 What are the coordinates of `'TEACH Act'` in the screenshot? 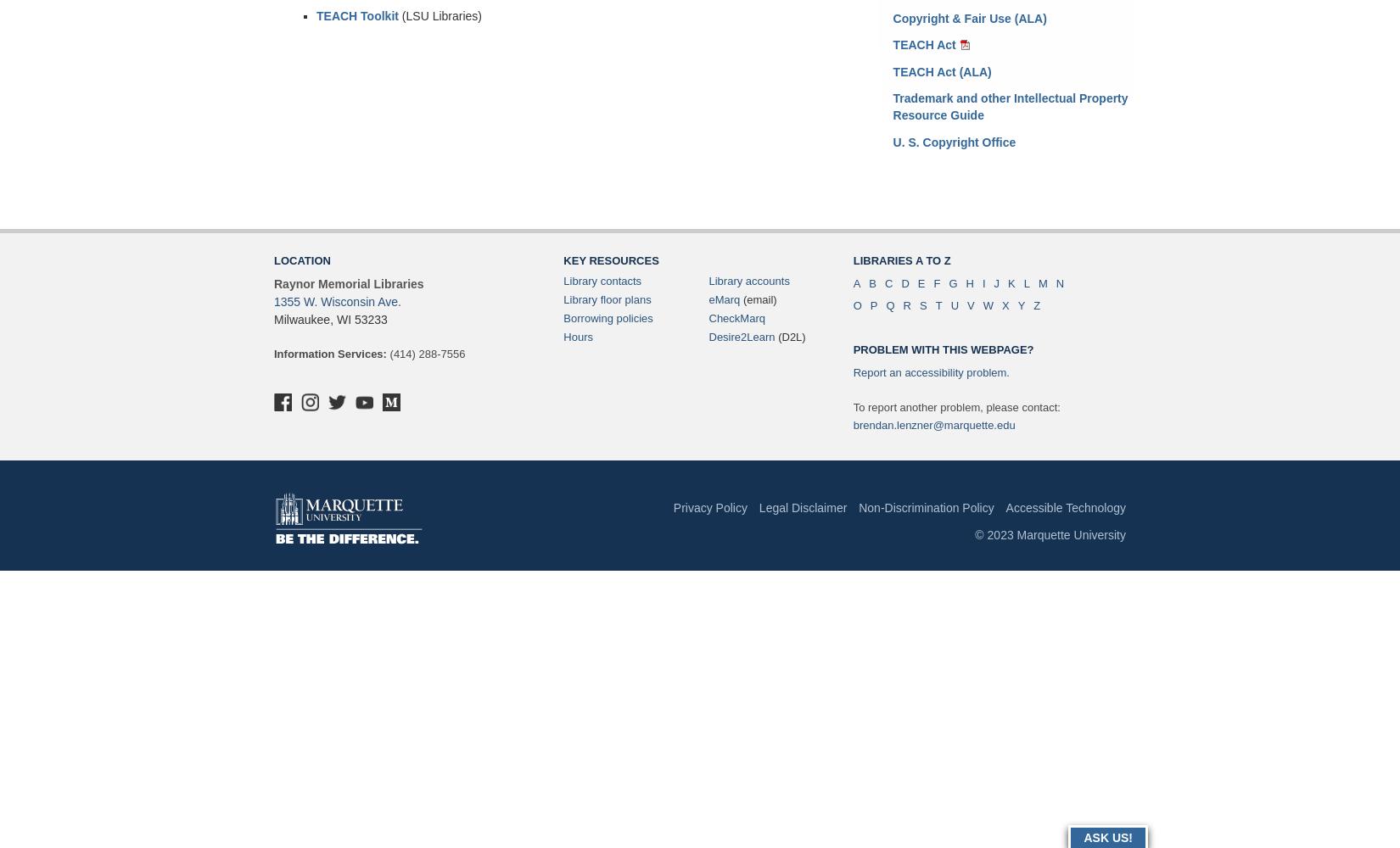 It's located at (924, 45).